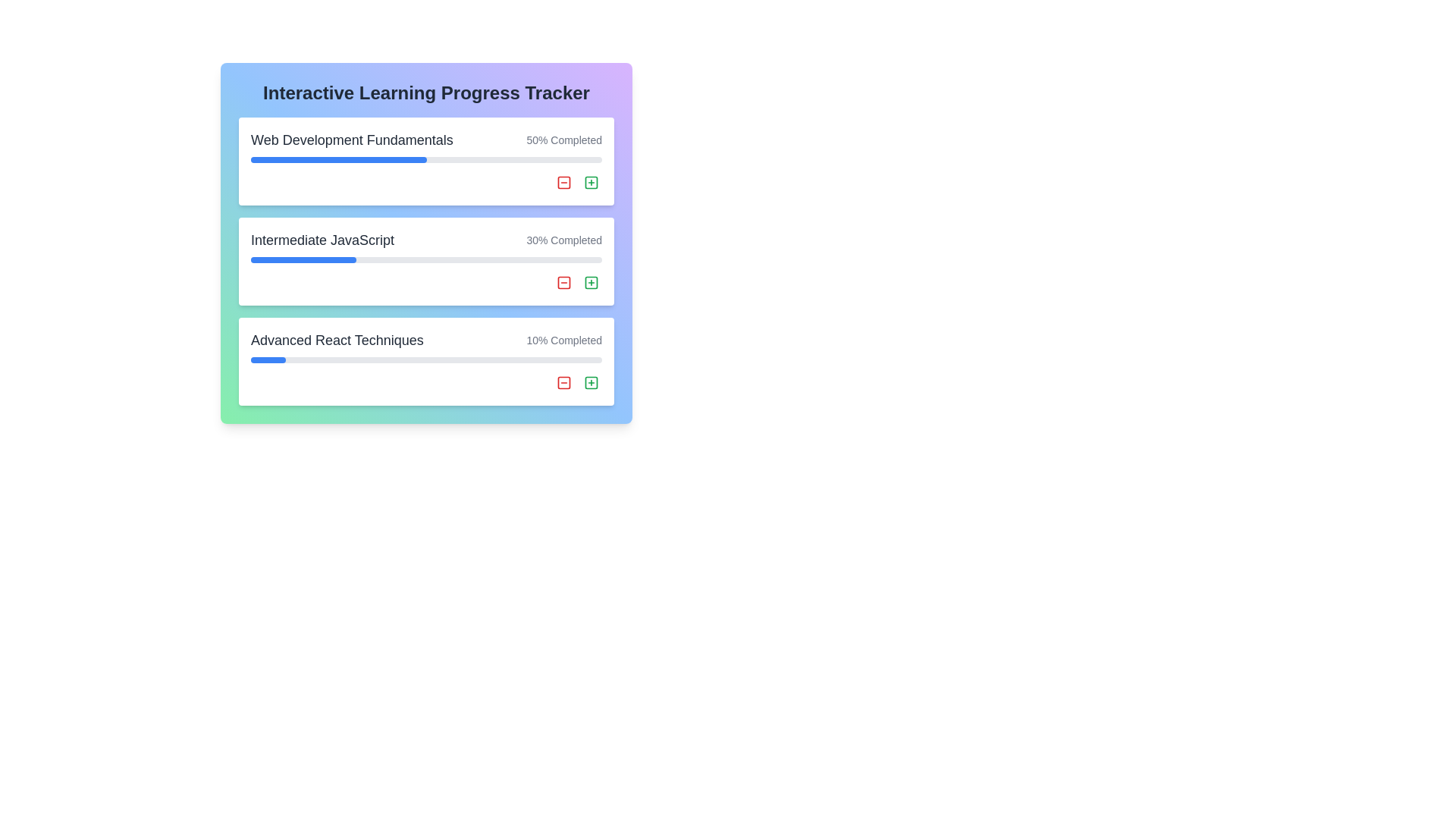 Image resolution: width=1456 pixels, height=819 pixels. Describe the element at coordinates (563, 283) in the screenshot. I see `the red minus button located to the right of the progress bar indicating '30% Completed' in the 'Intermediate JavaScript' section` at that location.